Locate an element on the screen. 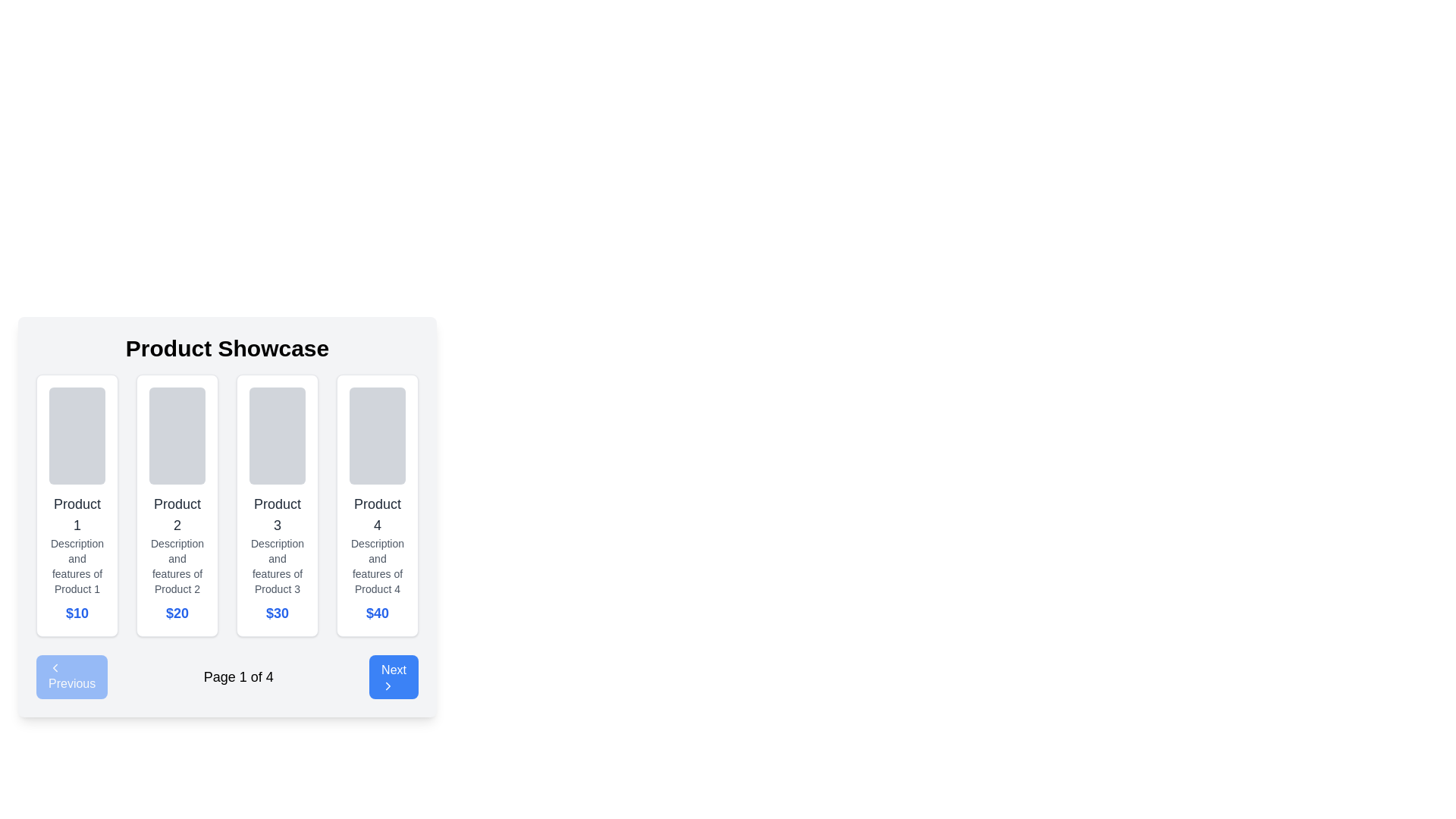 The height and width of the screenshot is (819, 1456). the arrow-shaped vector graphic pointing to the right, which is part of the 'Next' button in the bottom-right corner of the interface is located at coordinates (388, 686).